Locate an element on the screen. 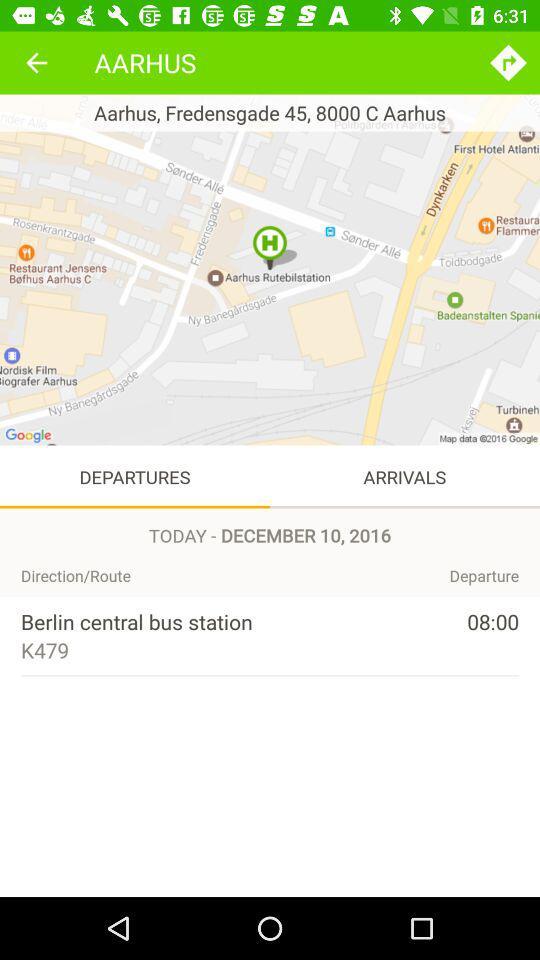  the icon to the left of aarhus item is located at coordinates (36, 62).